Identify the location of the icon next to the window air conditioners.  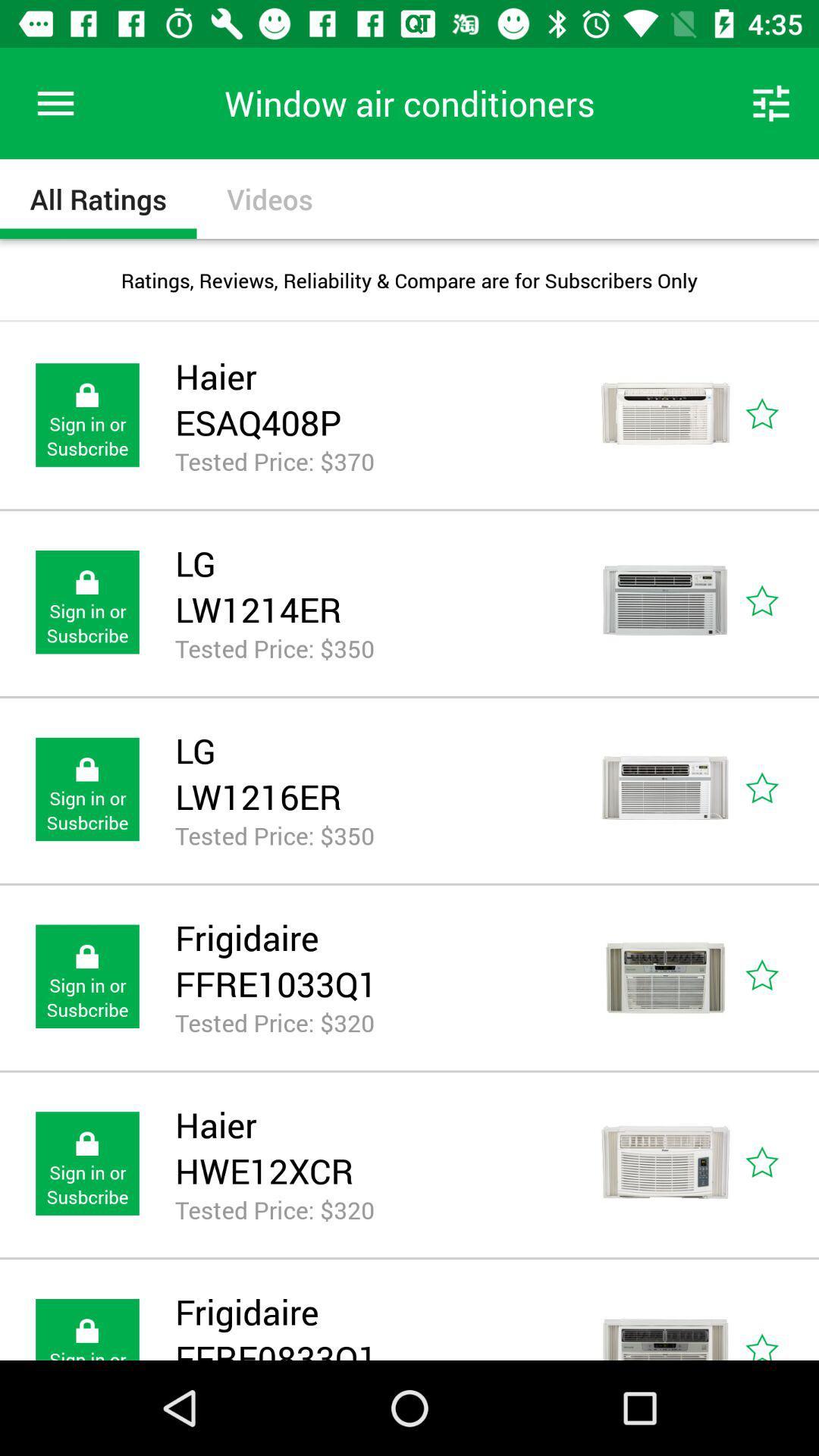
(771, 102).